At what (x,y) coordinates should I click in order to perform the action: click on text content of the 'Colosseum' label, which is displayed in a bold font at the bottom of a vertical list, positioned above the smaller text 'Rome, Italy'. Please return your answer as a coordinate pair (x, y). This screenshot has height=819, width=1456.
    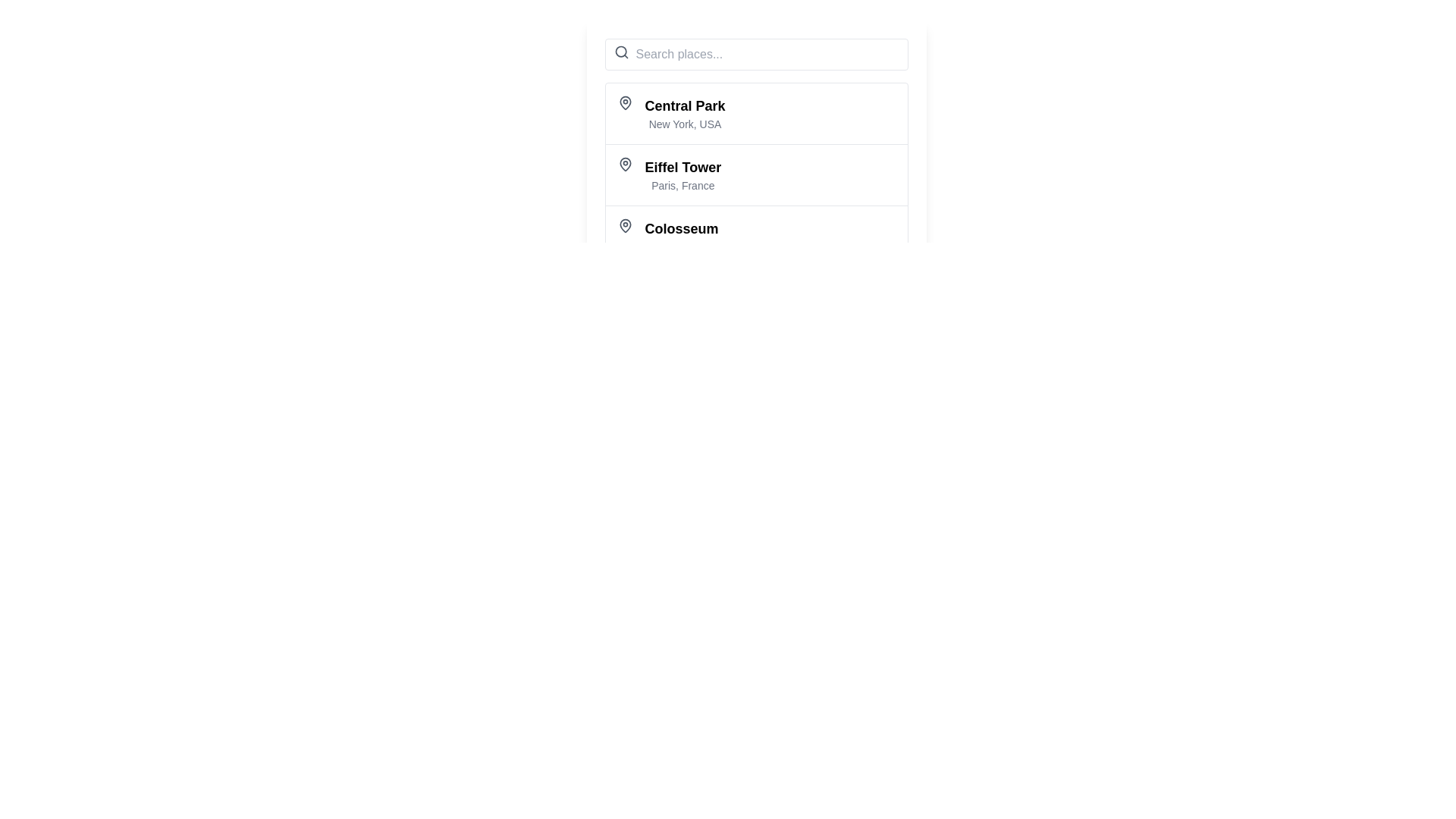
    Looking at the image, I should click on (680, 228).